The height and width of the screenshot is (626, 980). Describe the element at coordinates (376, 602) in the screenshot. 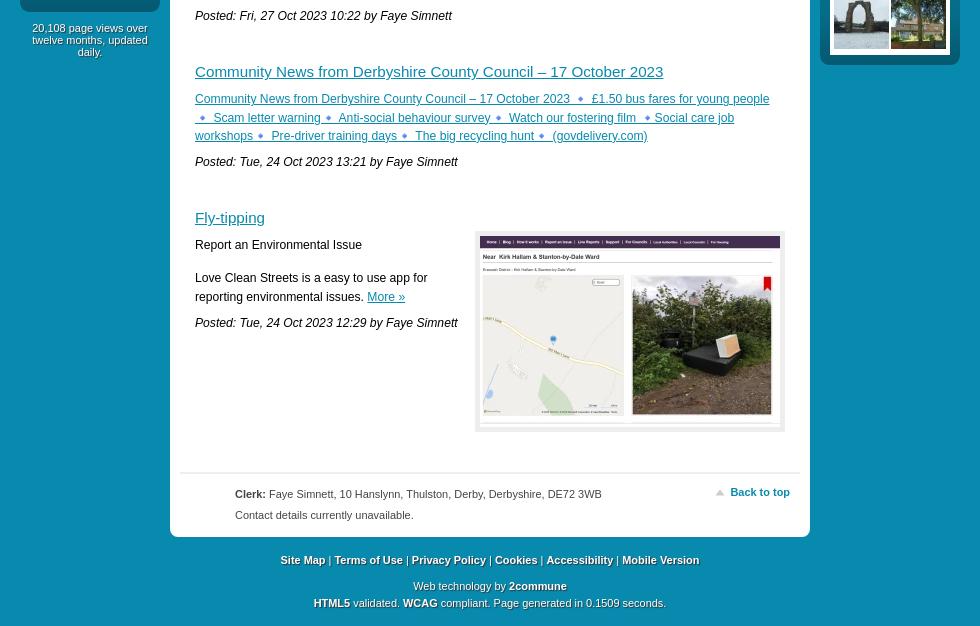

I see `'validated.'` at that location.